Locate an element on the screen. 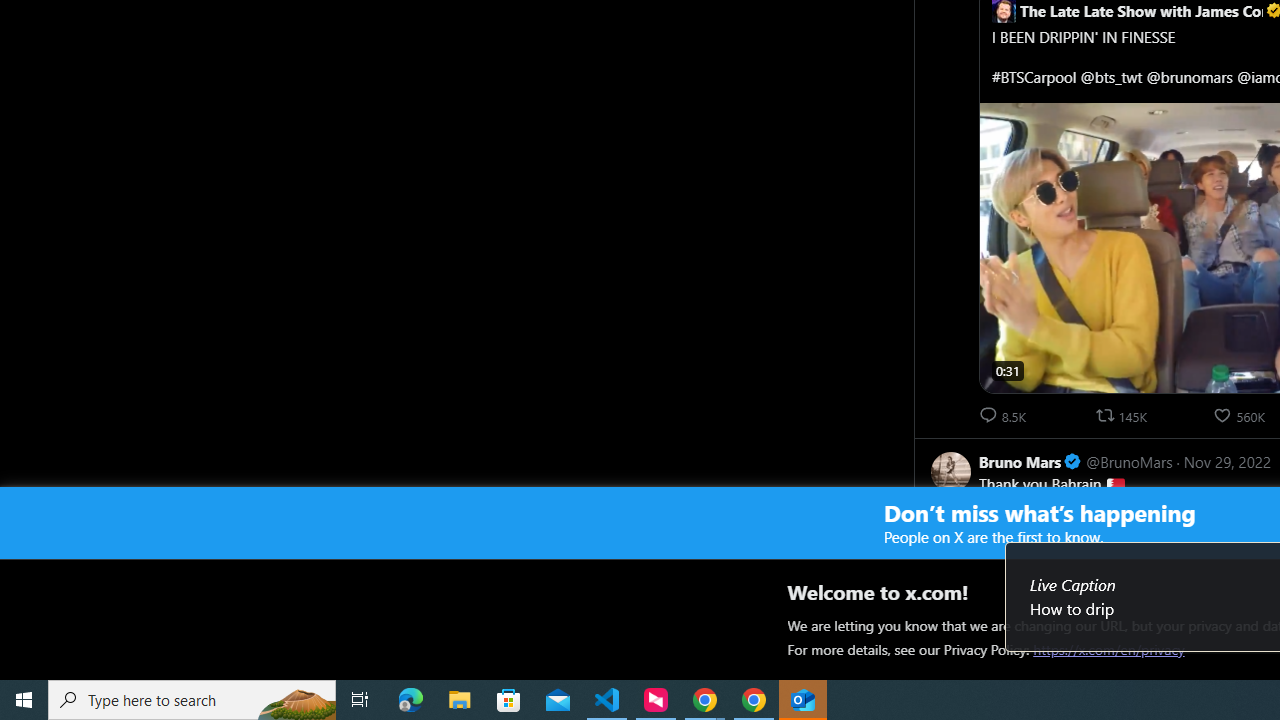 This screenshot has height=720, width=1280. 'https://x.com/en/privacy' is located at coordinates (1108, 649).